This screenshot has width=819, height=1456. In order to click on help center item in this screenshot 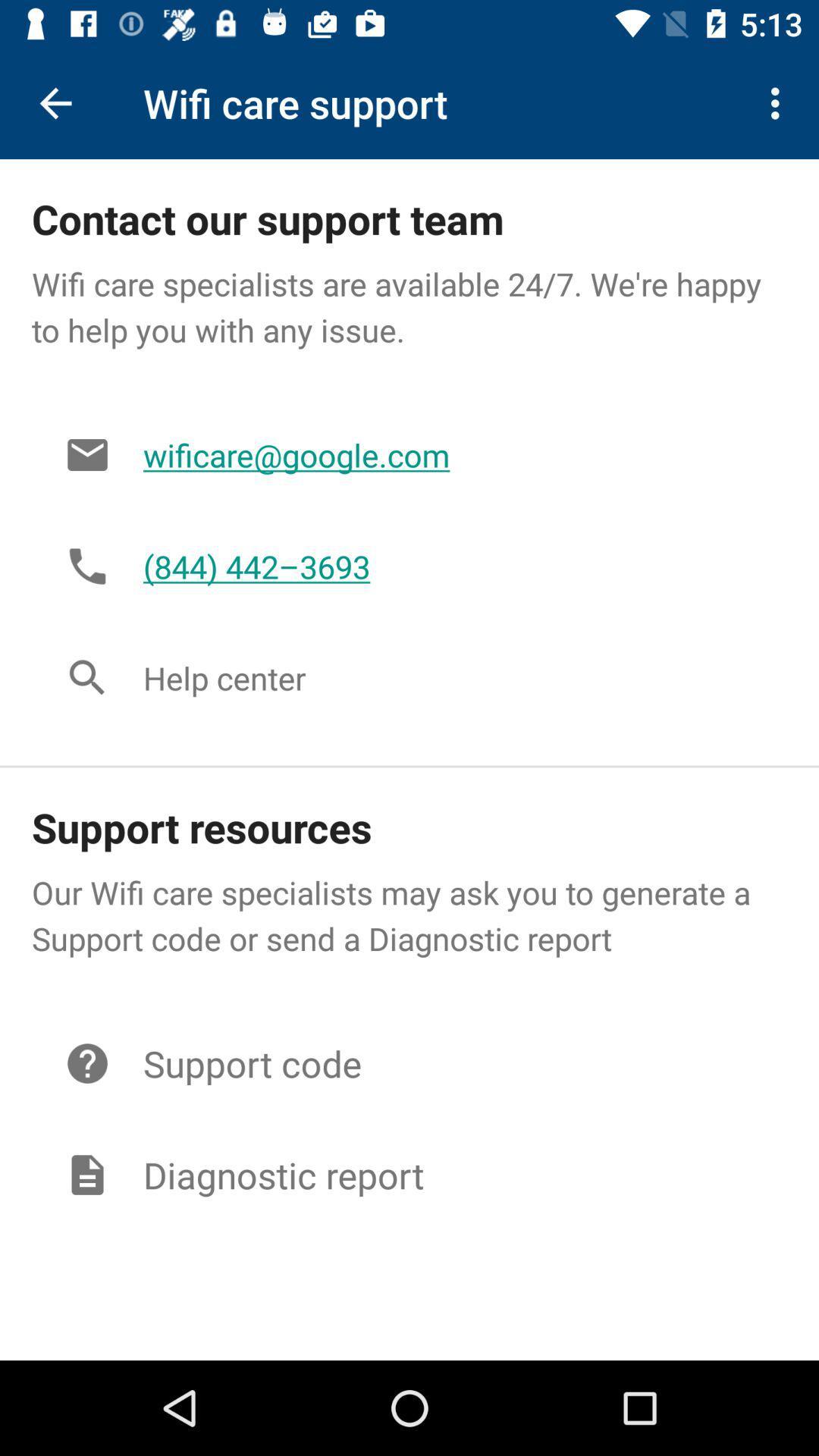, I will do `click(448, 676)`.